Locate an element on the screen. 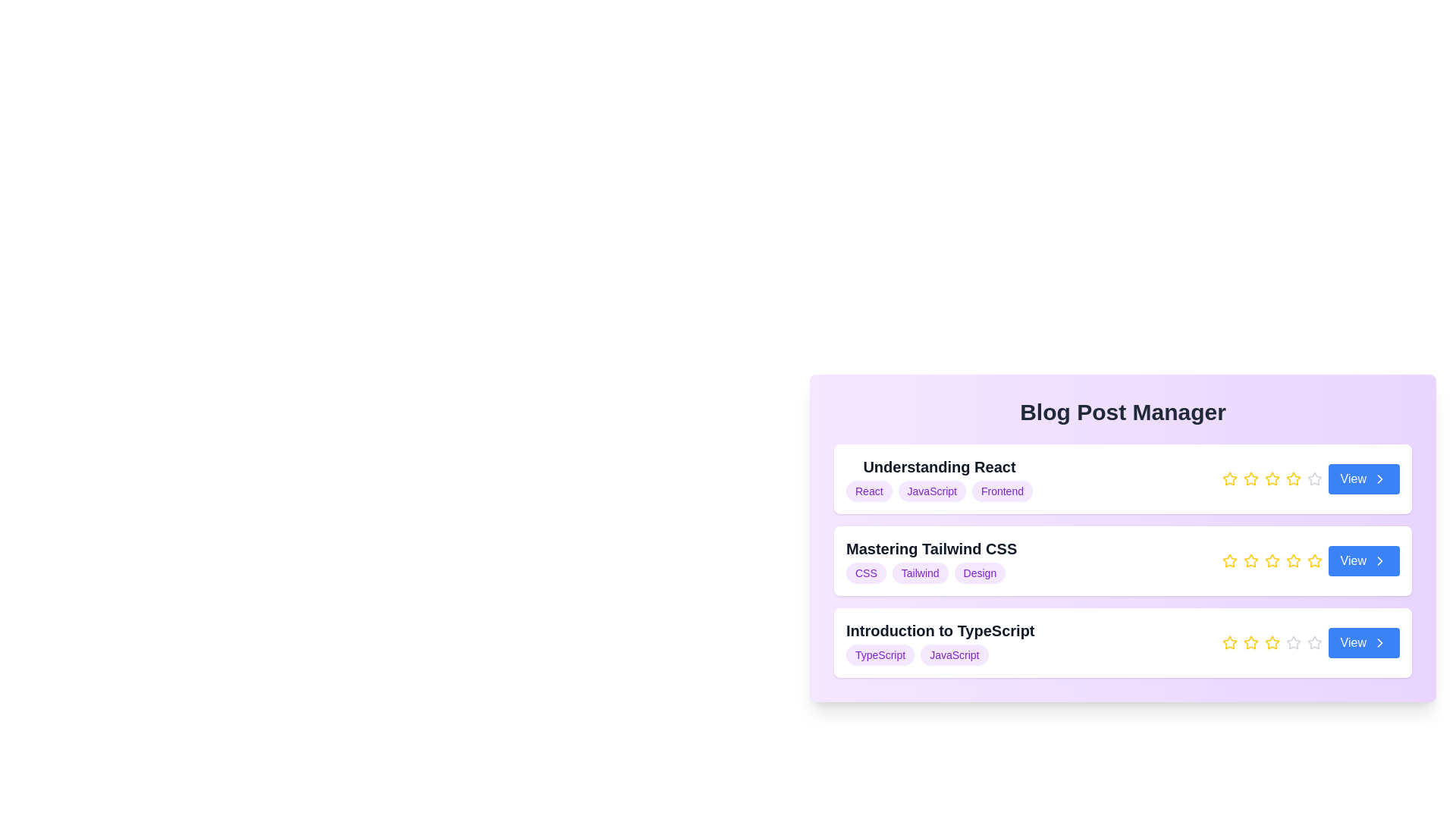 Image resolution: width=1456 pixels, height=819 pixels. the first yellow star icon in the 5-star rating system is located at coordinates (1229, 479).